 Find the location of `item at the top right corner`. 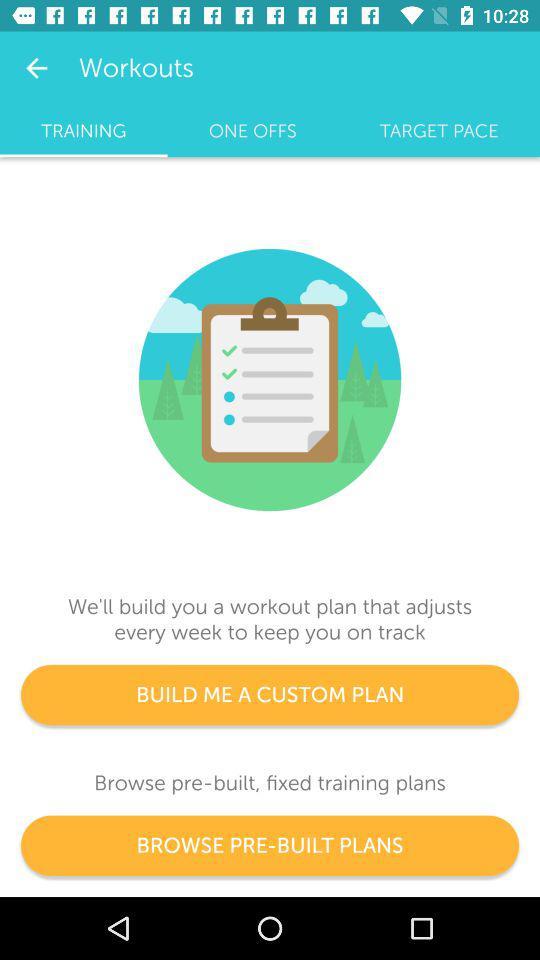

item at the top right corner is located at coordinates (438, 130).